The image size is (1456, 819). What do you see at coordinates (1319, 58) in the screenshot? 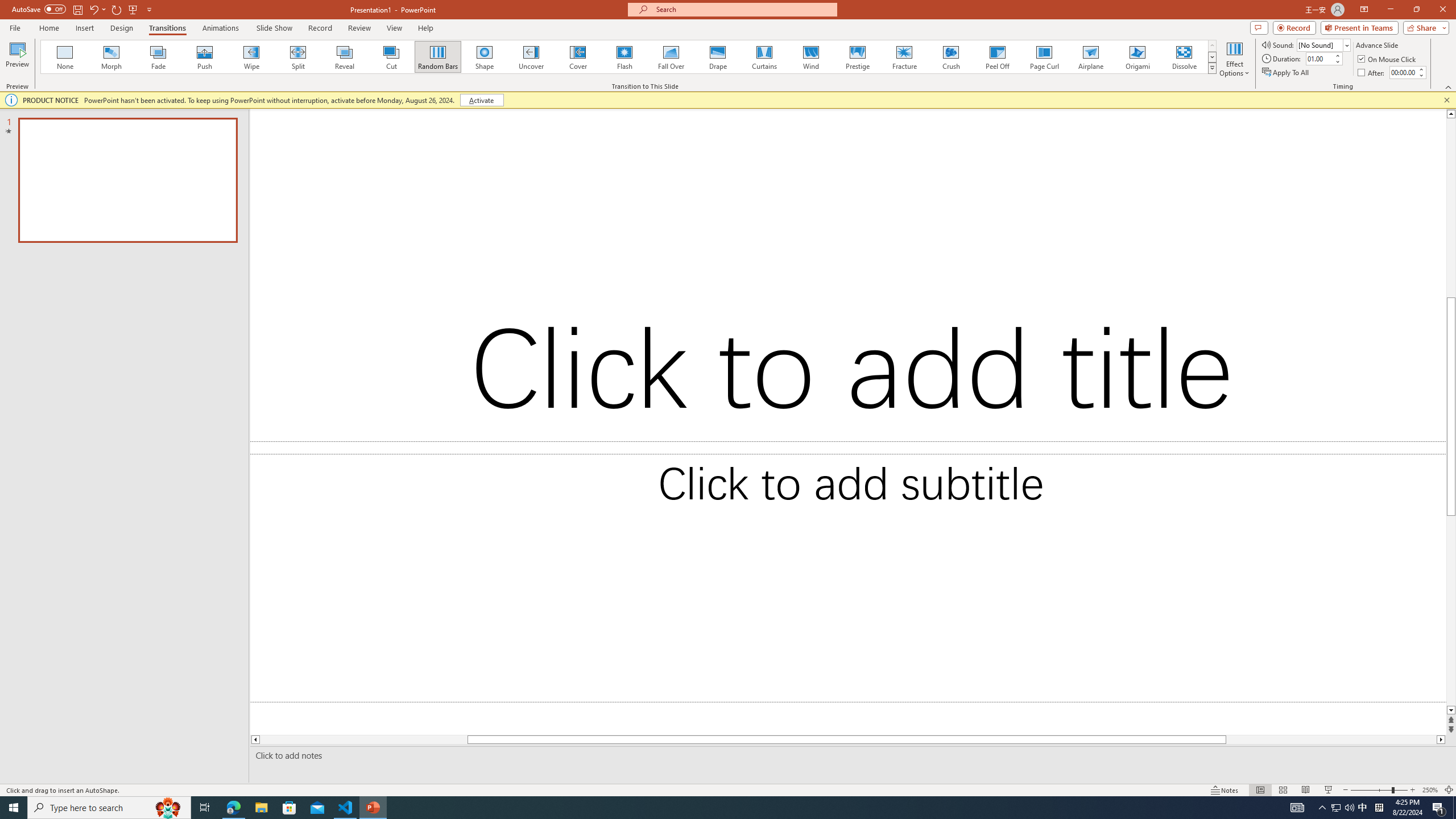
I see `'Duration'` at bounding box center [1319, 58].